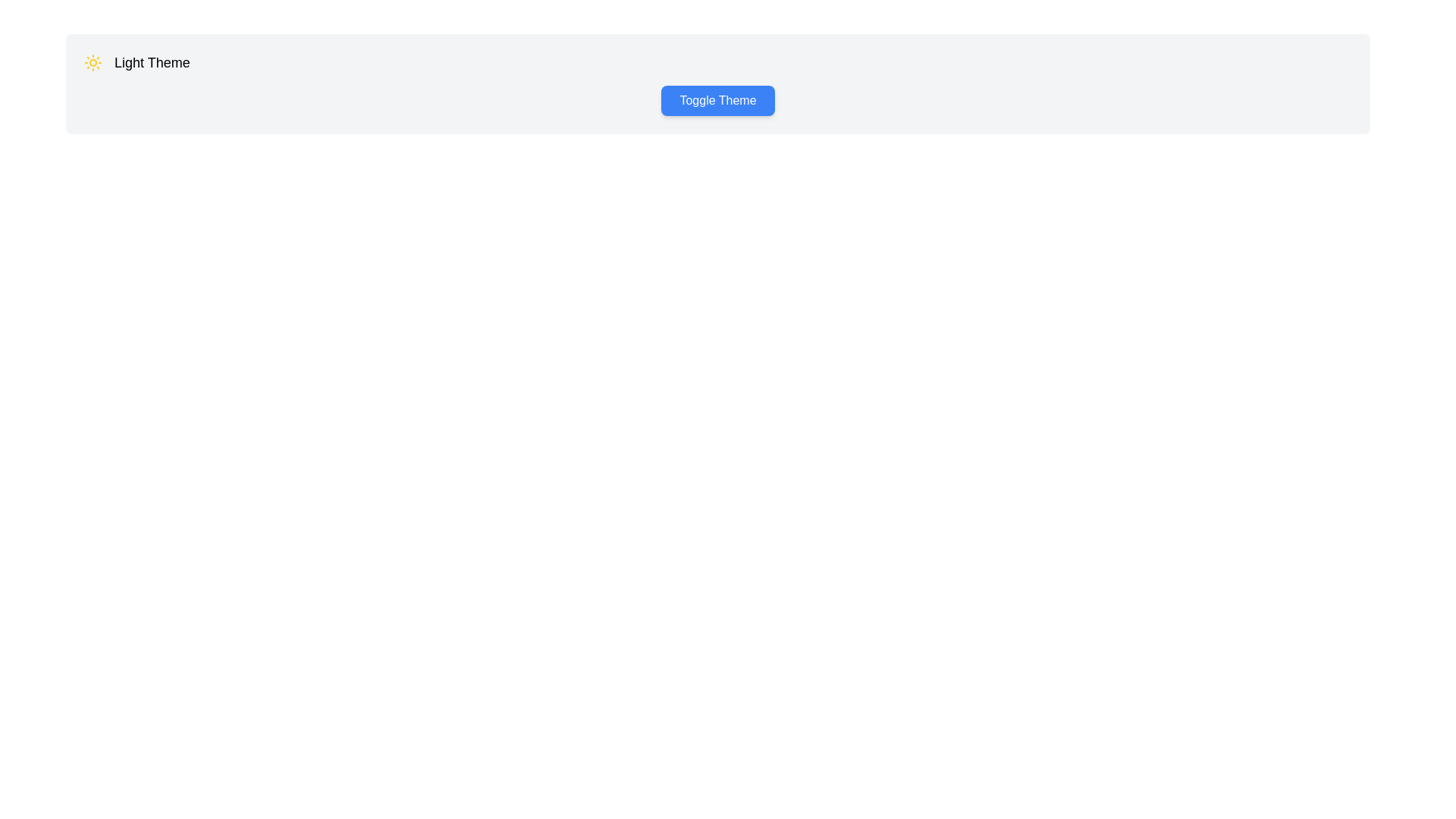 The image size is (1456, 819). I want to click on the 'Toggle Theme' button to simulate interaction with the 'Light Theme' text, so click(716, 100).